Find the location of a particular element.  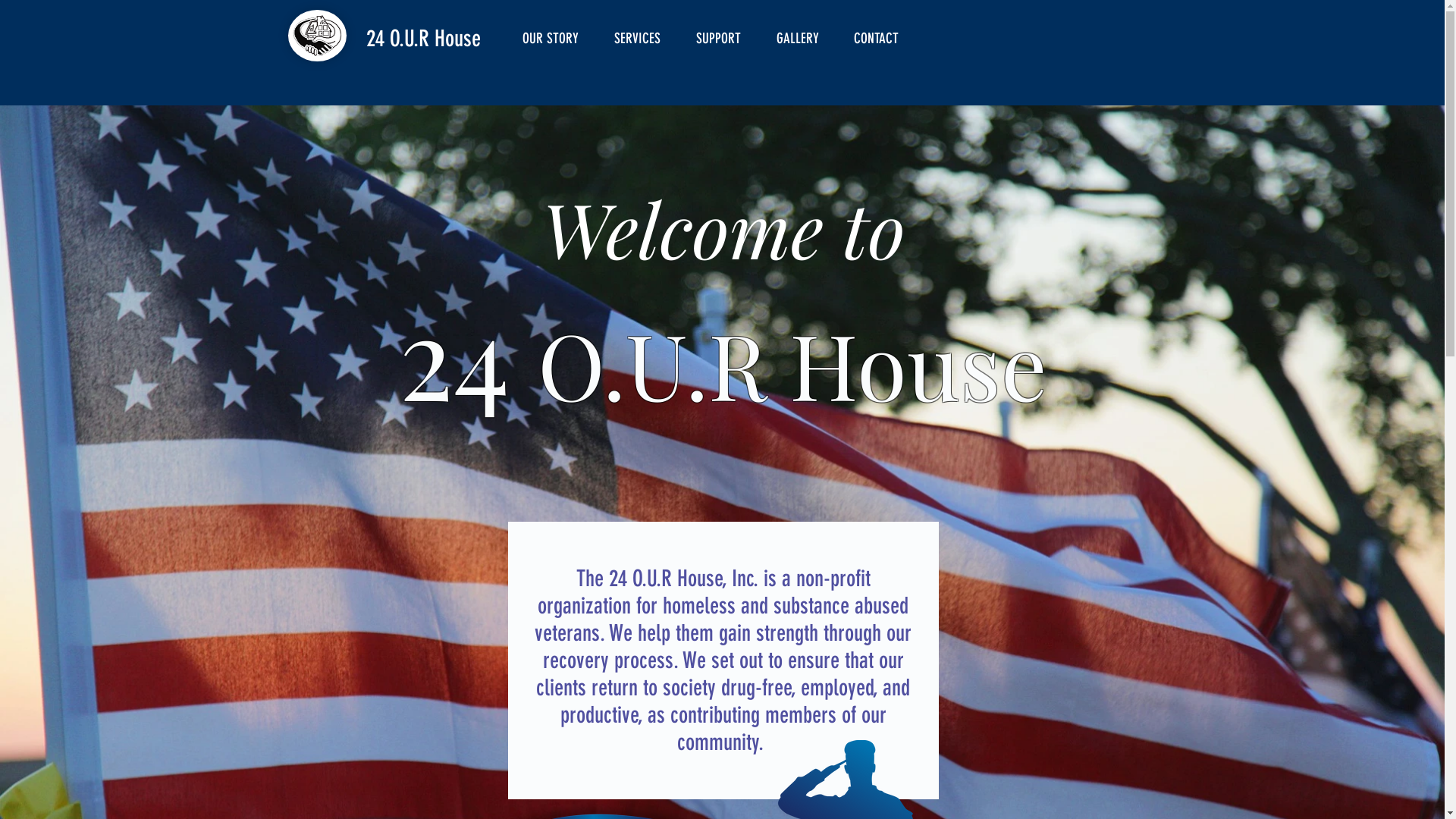

'CONTACT' is located at coordinates (881, 37).